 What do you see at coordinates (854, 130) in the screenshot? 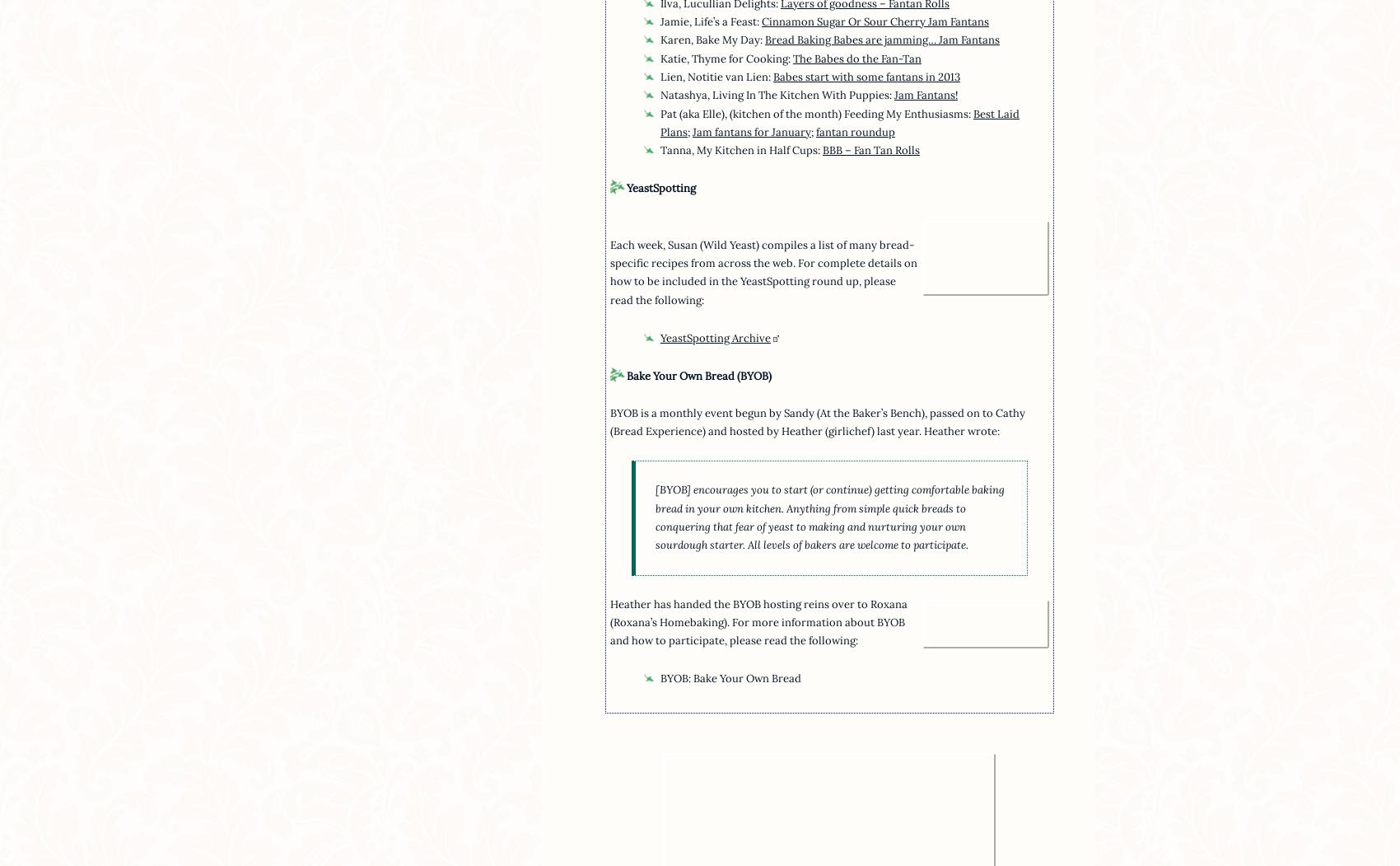
I see `'fantan roundup'` at bounding box center [854, 130].